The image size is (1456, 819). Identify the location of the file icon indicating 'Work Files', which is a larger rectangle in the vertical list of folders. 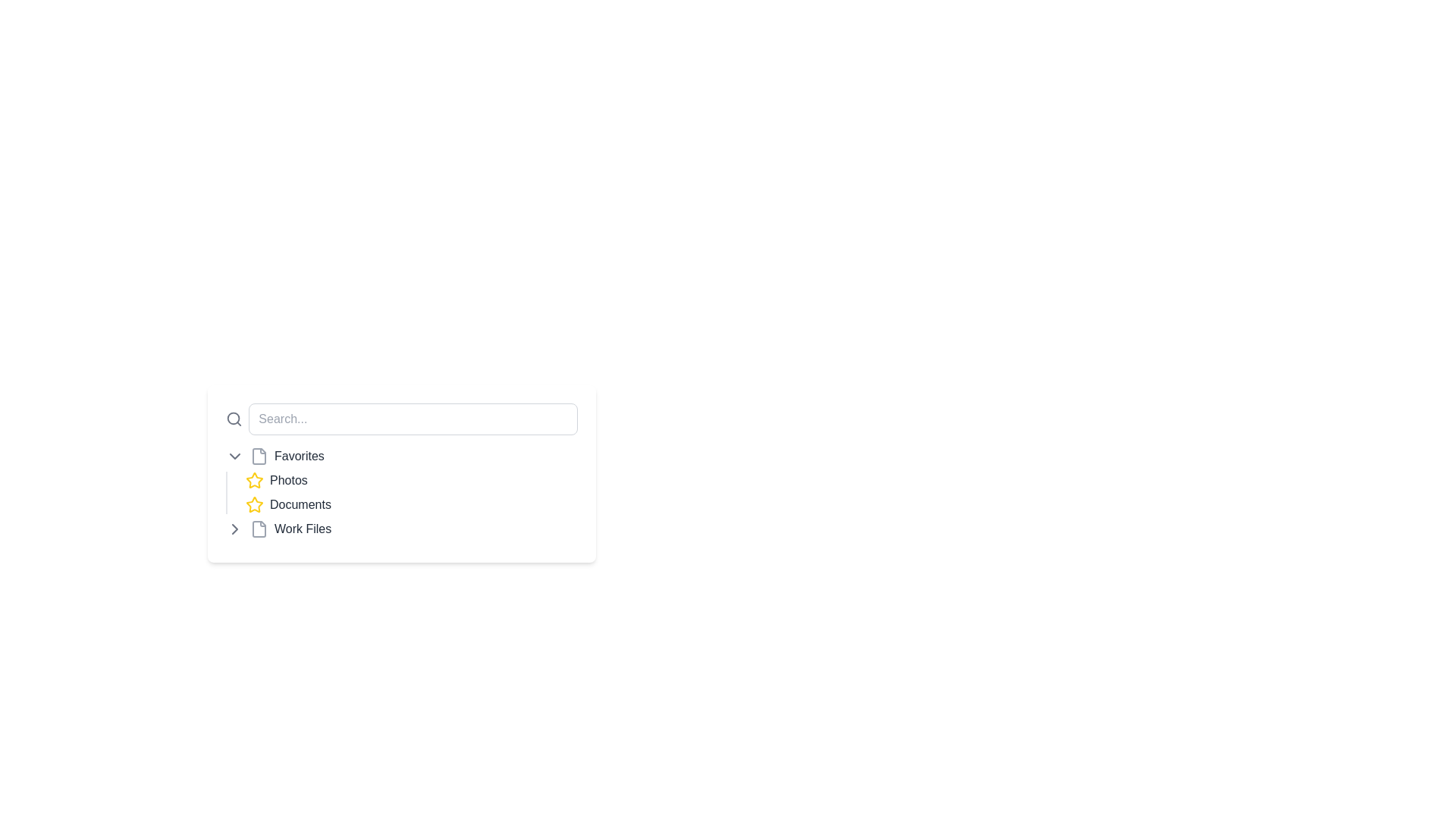
(259, 529).